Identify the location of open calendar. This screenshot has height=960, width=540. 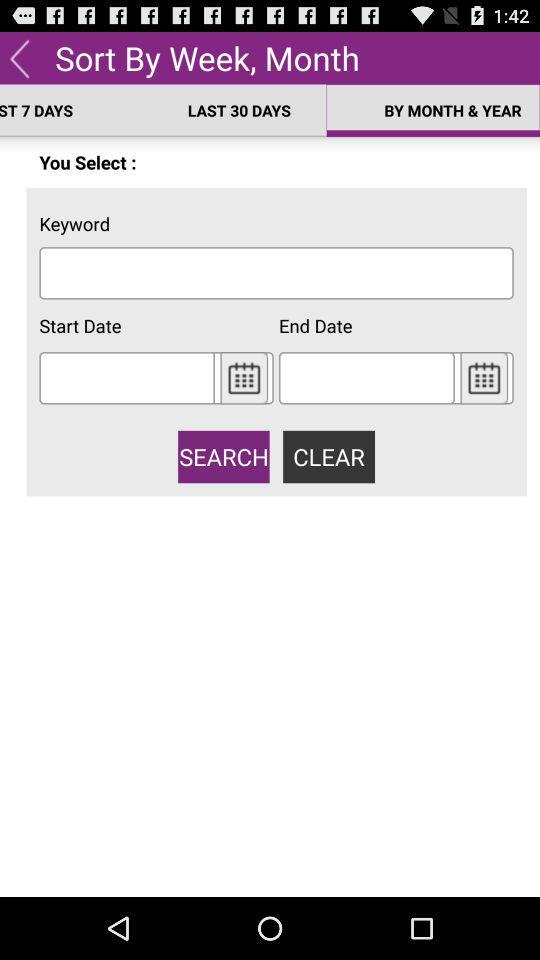
(483, 376).